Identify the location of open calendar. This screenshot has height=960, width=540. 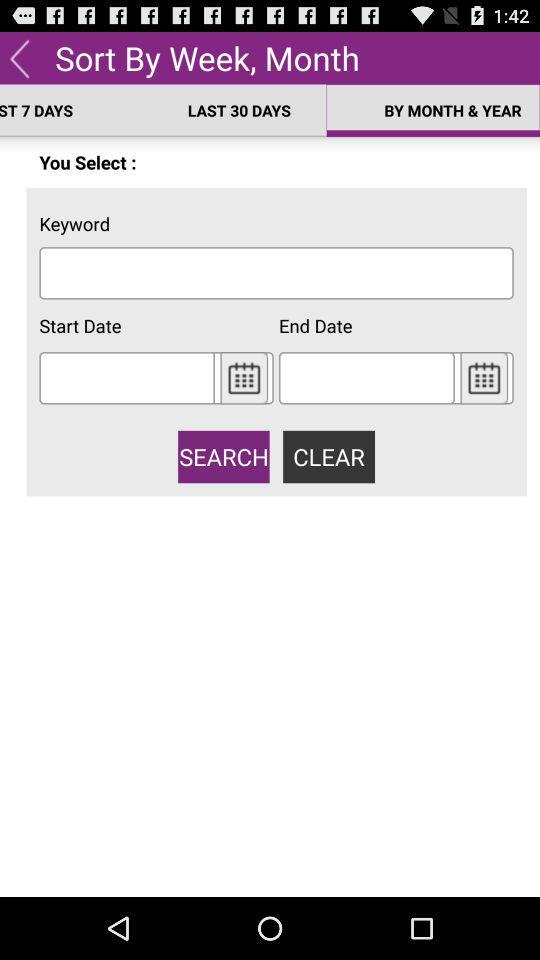
(483, 376).